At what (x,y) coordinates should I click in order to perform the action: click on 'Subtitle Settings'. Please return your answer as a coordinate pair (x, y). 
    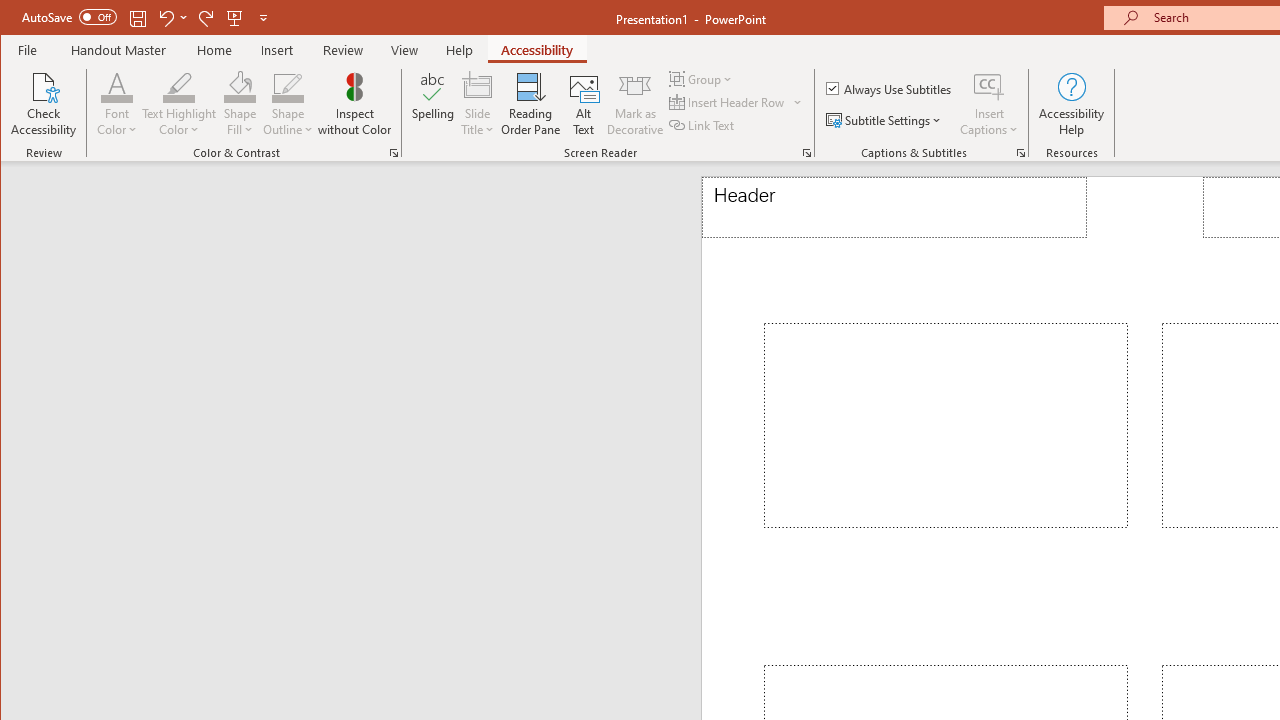
    Looking at the image, I should click on (884, 120).